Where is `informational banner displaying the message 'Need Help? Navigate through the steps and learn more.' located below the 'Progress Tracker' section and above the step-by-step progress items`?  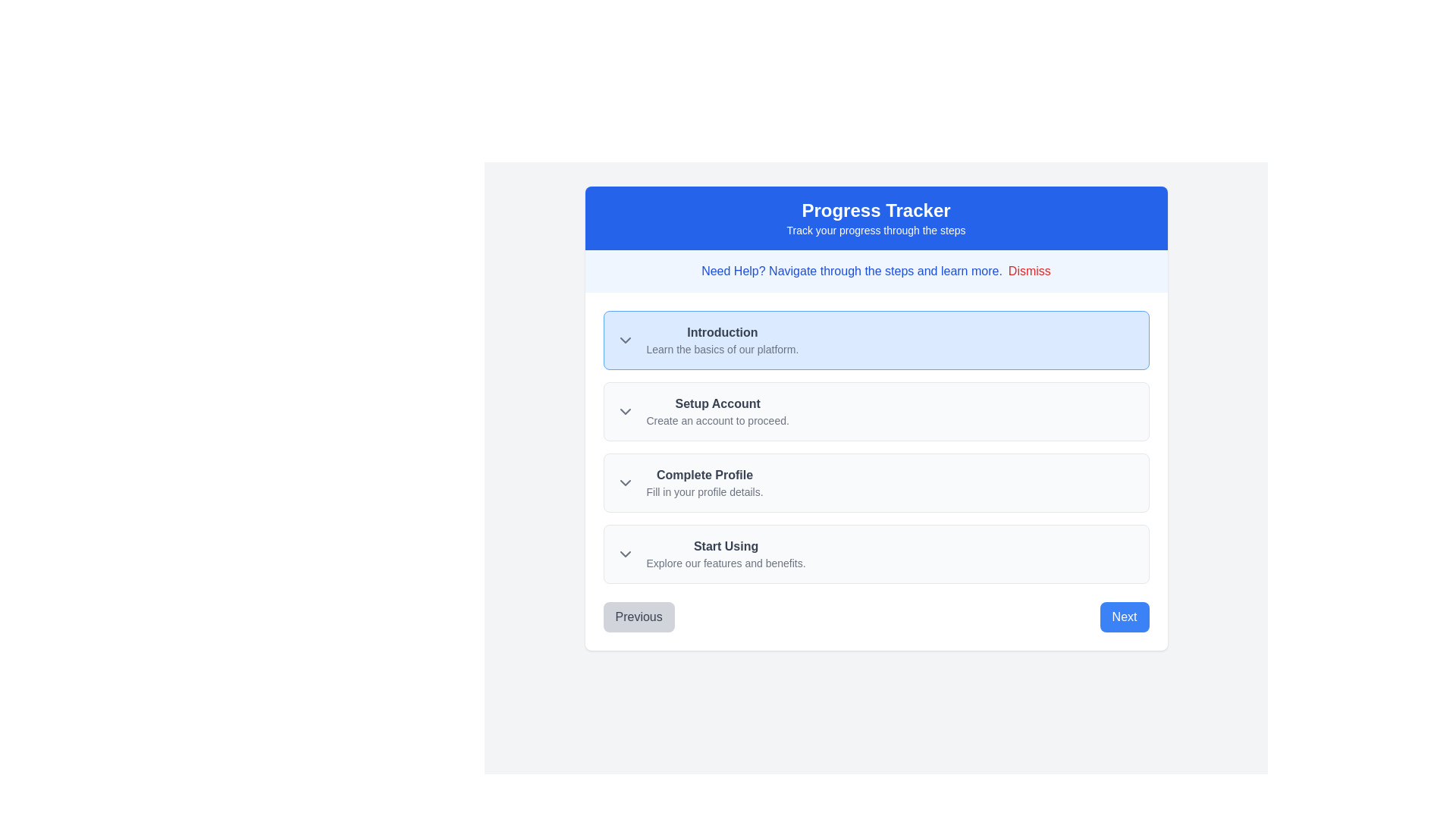
informational banner displaying the message 'Need Help? Navigate through the steps and learn more.' located below the 'Progress Tracker' section and above the step-by-step progress items is located at coordinates (876, 271).